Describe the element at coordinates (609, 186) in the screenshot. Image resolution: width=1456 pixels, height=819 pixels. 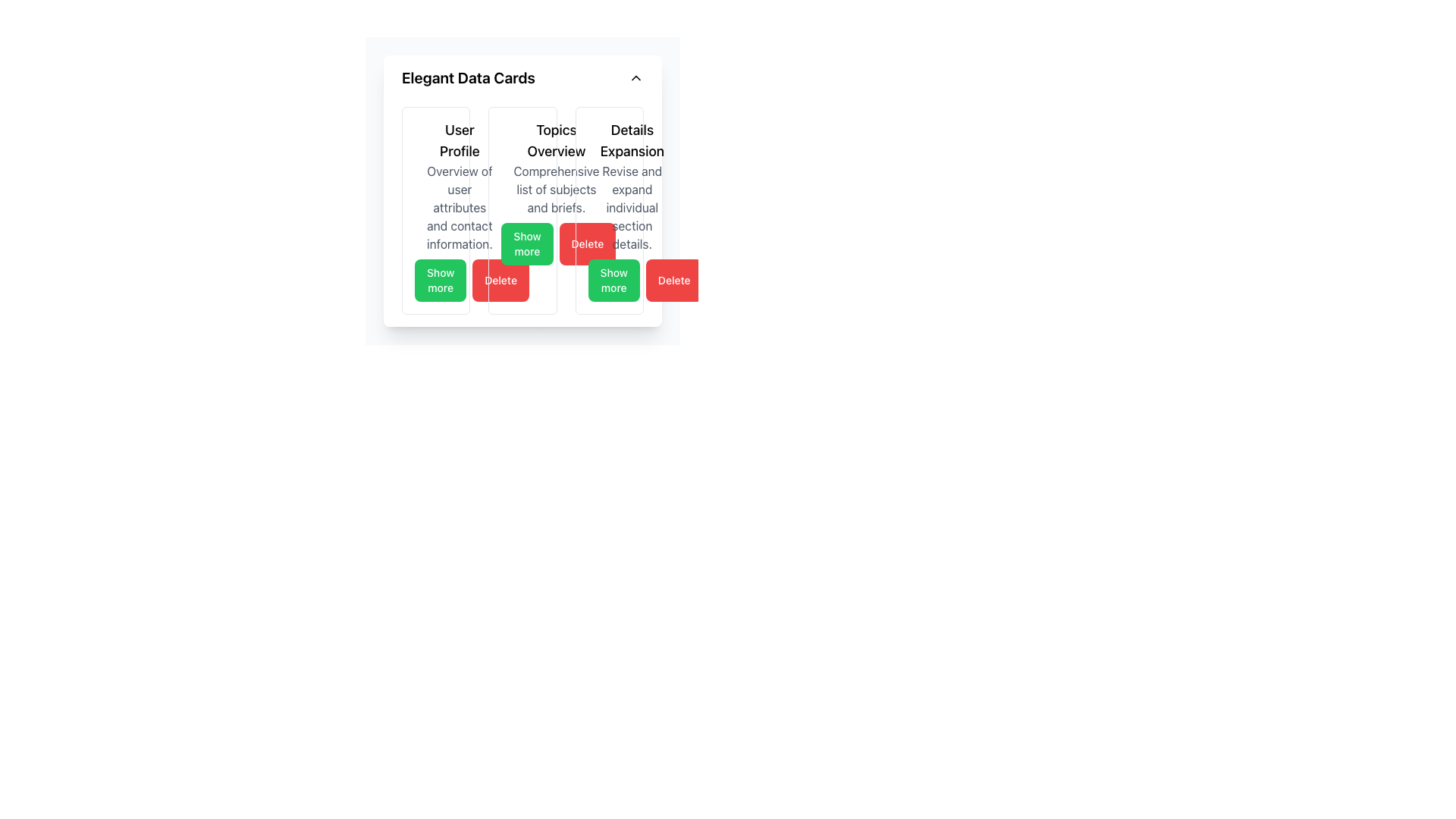
I see `text from the Informational Text Block titled 'Details Expansion', which contains the description 'Revise and expand individual section details.'` at that location.